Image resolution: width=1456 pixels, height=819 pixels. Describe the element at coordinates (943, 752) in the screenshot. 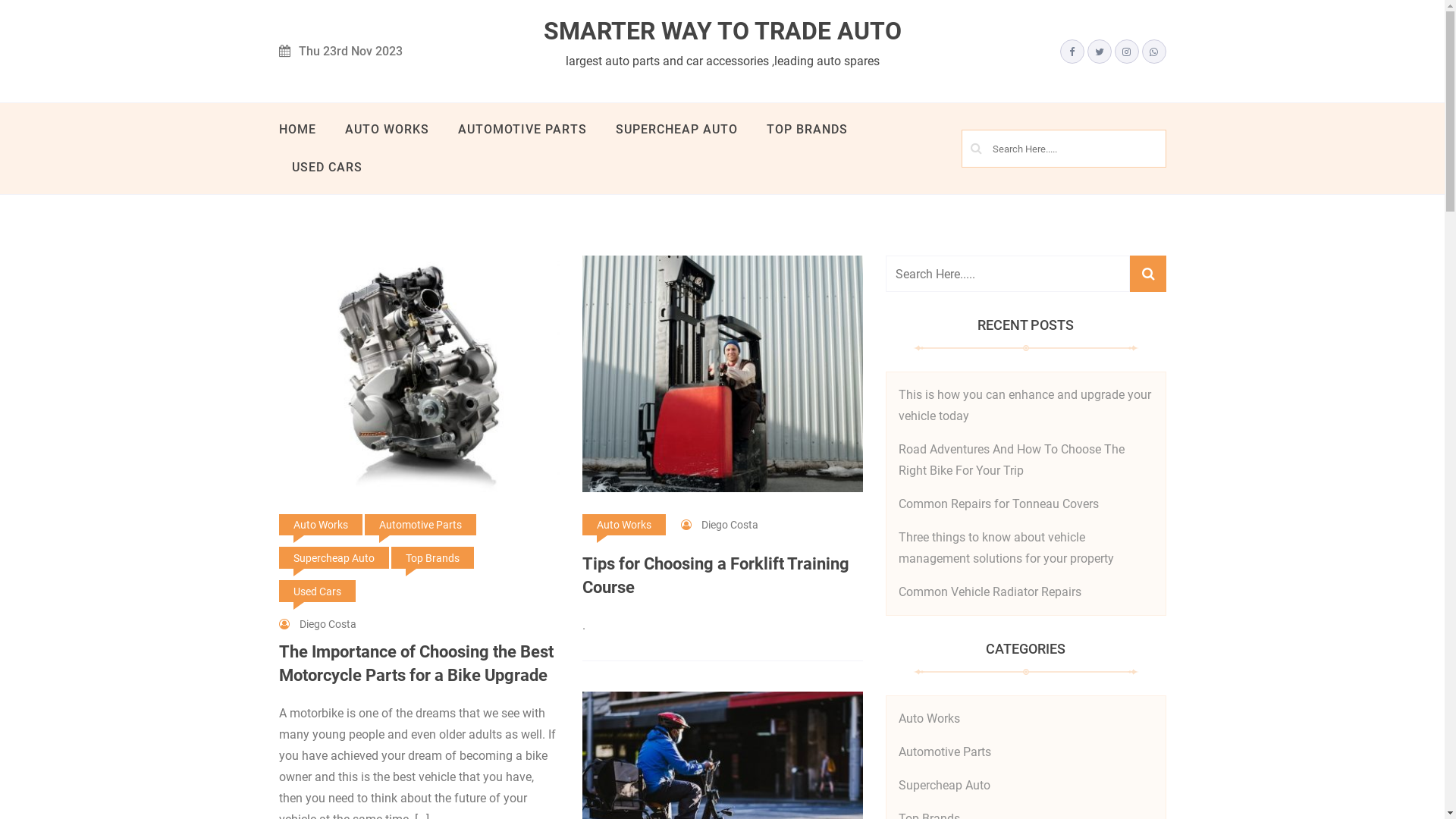

I see `'Automotive Parts'` at that location.